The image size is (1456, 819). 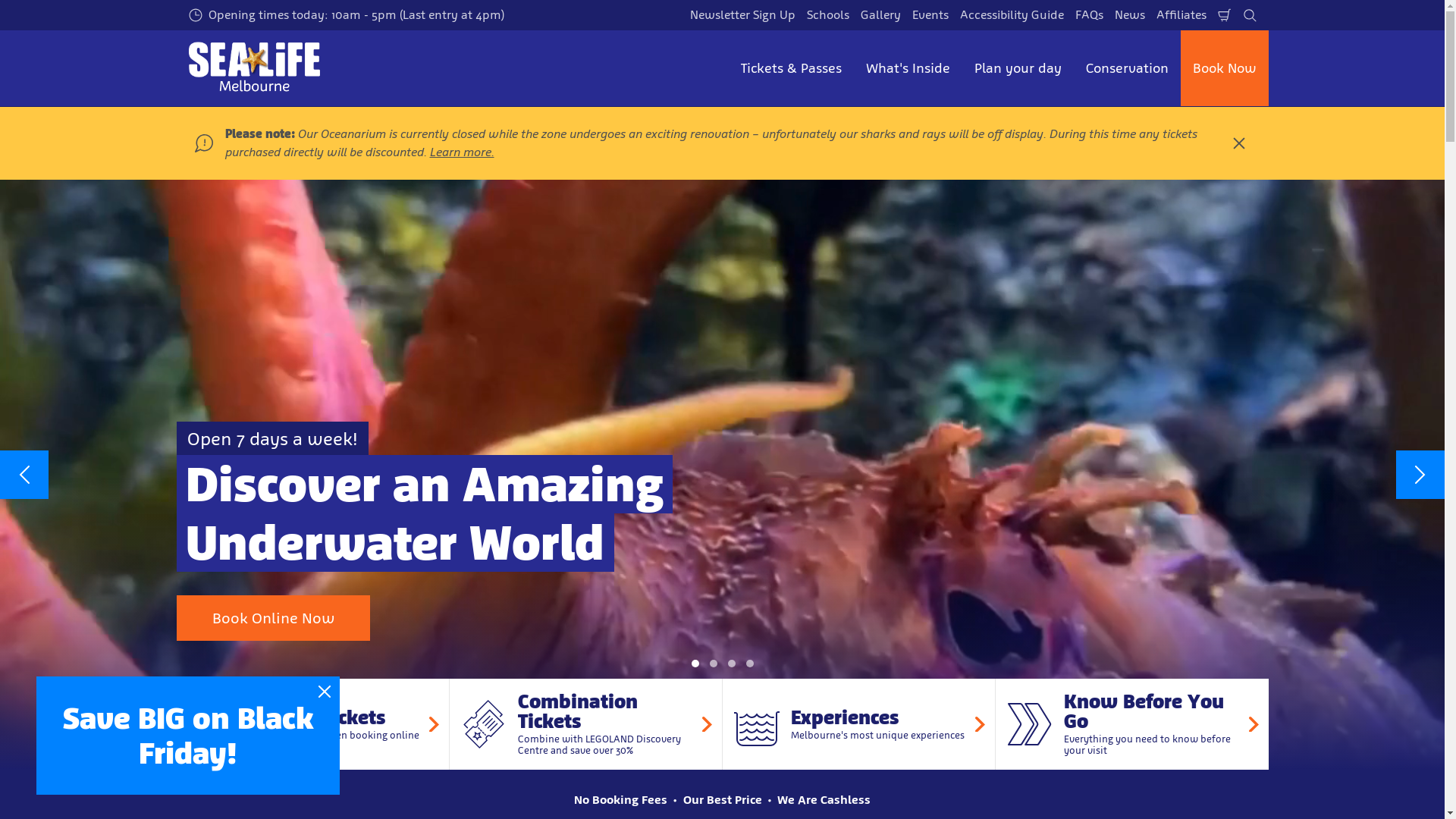 What do you see at coordinates (345, 14) in the screenshot?
I see `'Opening times today: 10am - 5pm (Last entry at 4pm)'` at bounding box center [345, 14].